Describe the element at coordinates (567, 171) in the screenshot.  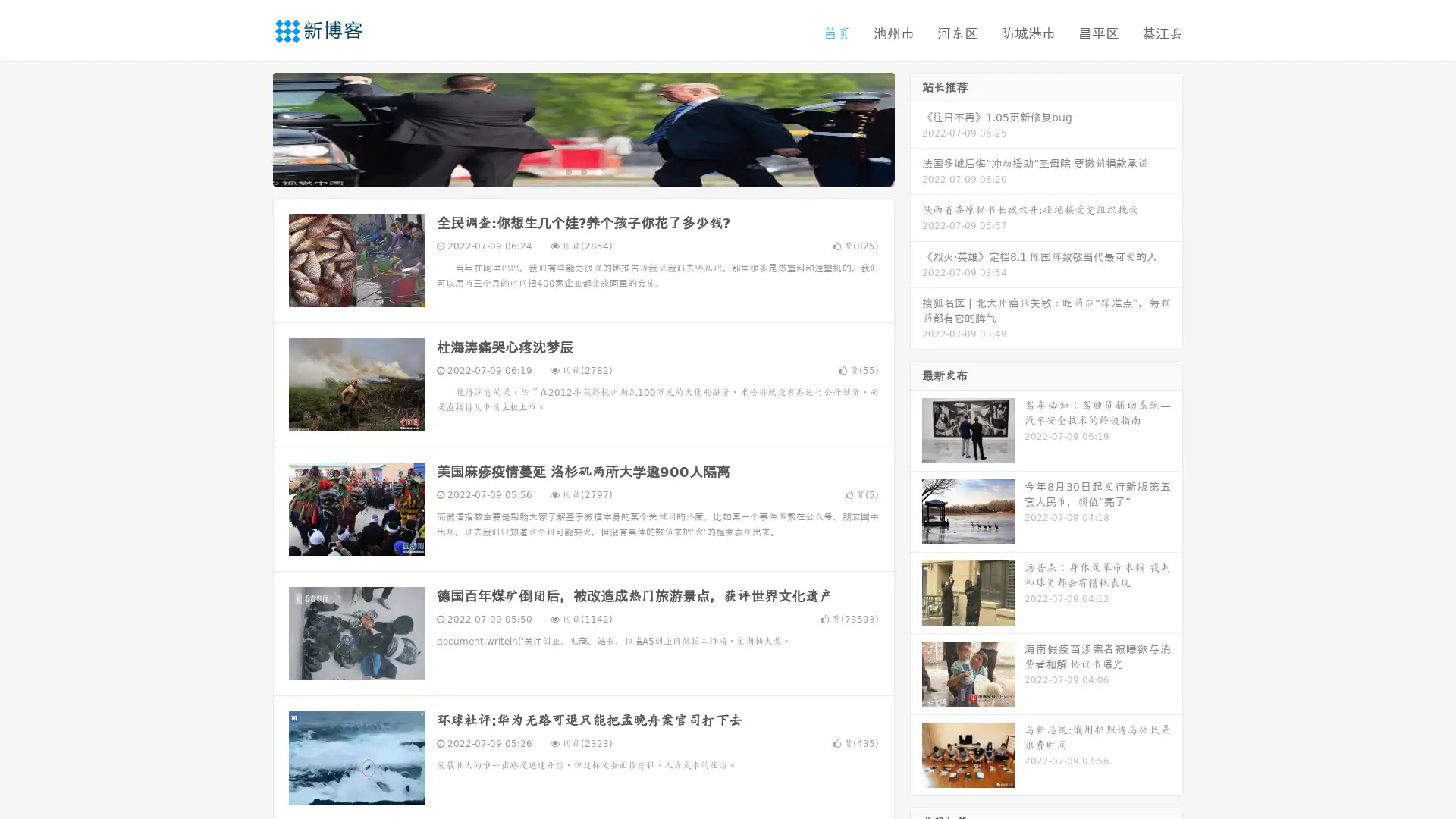
I see `Go to slide 1` at that location.